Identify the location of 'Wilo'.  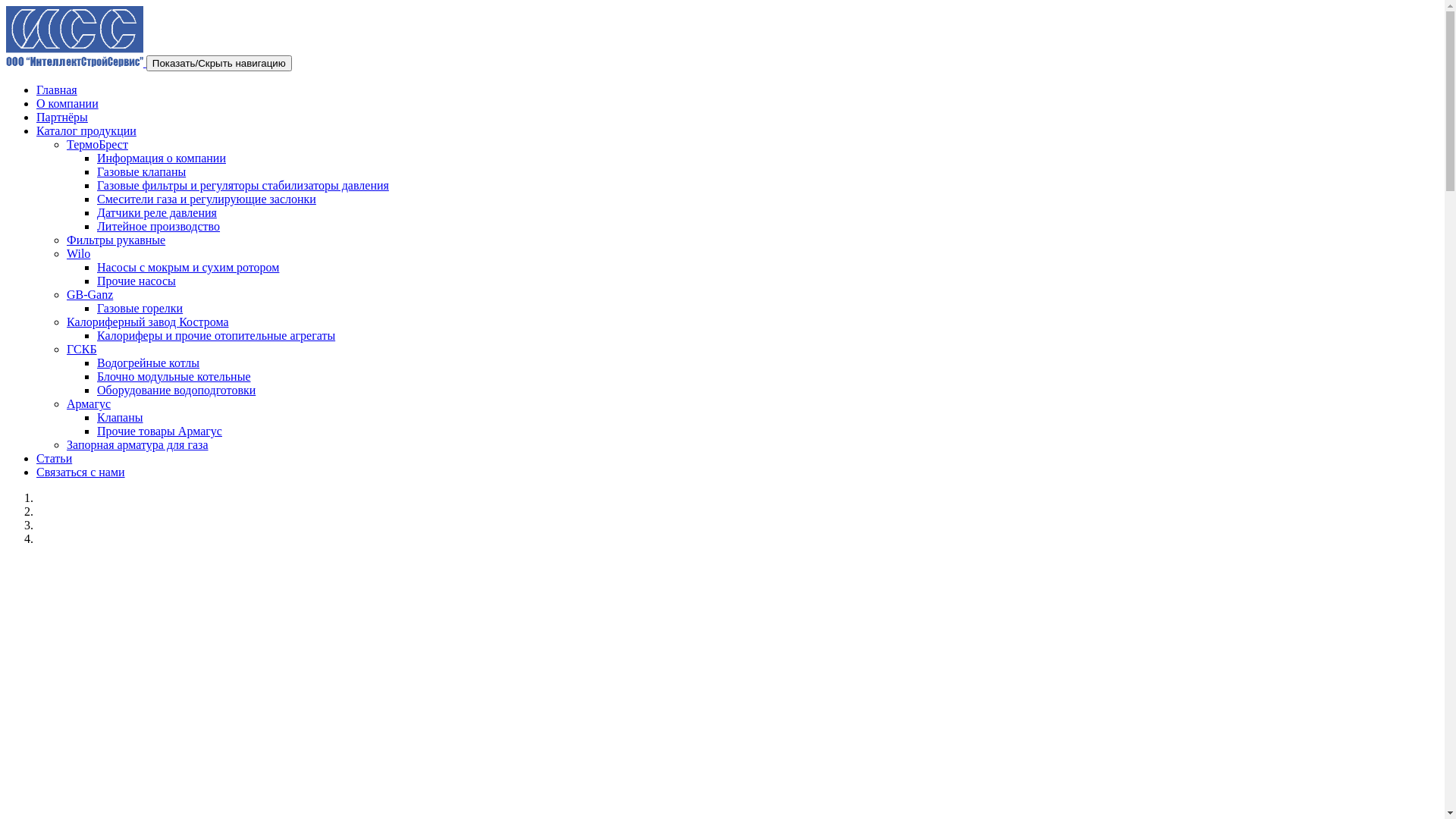
(65, 253).